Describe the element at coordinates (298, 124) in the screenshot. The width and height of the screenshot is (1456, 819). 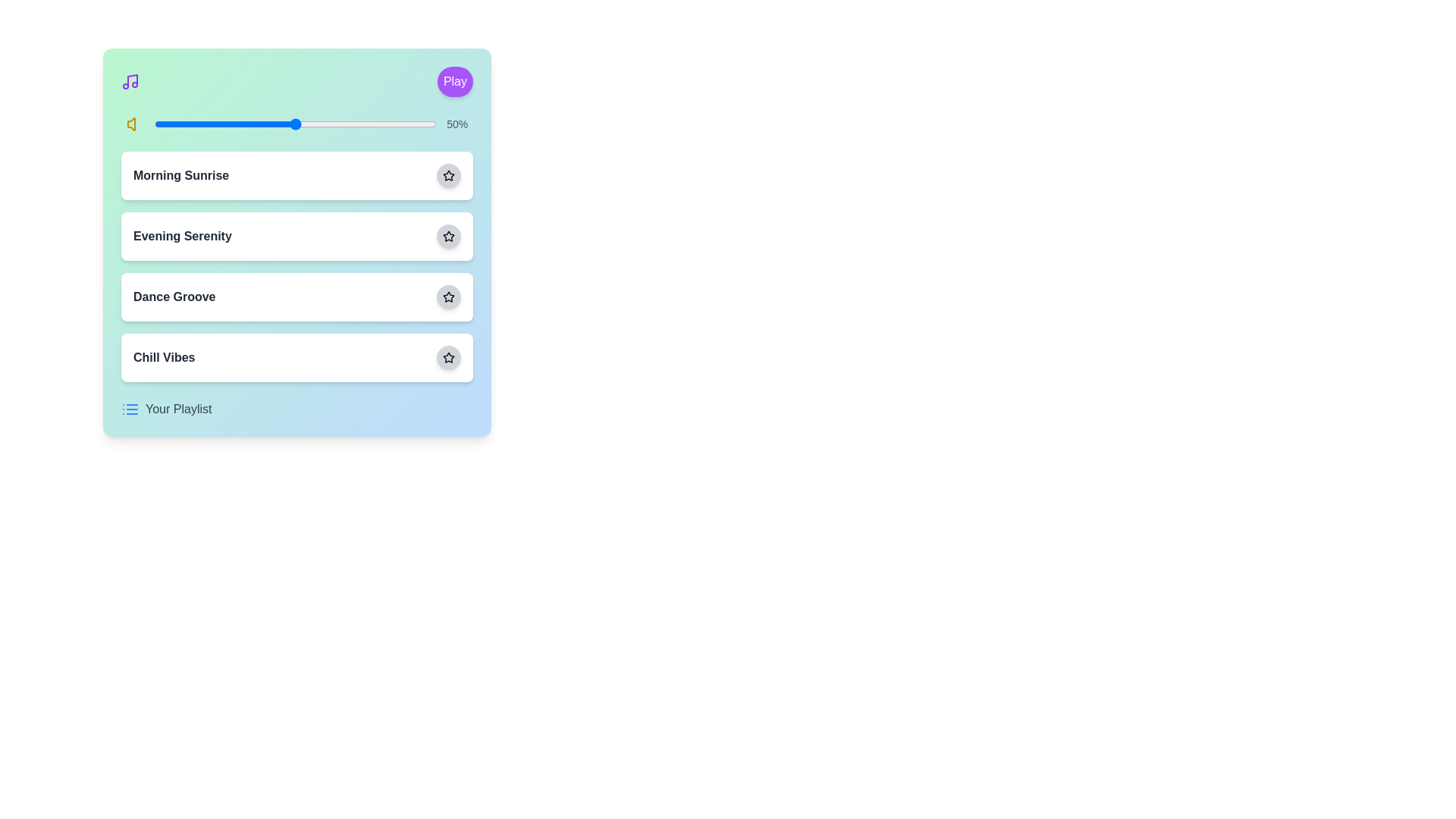
I see `the slider` at that location.